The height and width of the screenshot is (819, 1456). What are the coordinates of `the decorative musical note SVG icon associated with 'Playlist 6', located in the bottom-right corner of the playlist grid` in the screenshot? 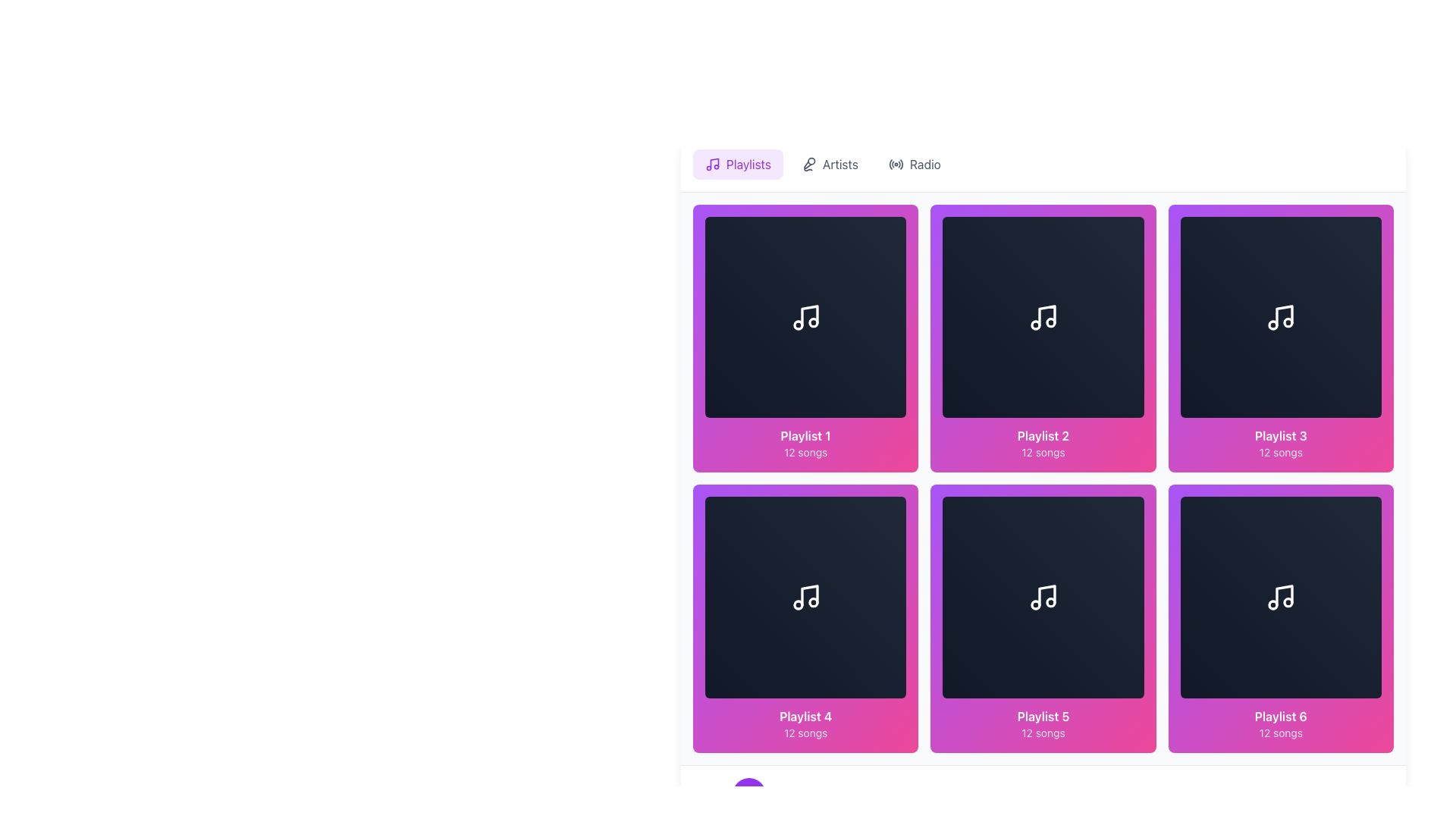 It's located at (1280, 596).